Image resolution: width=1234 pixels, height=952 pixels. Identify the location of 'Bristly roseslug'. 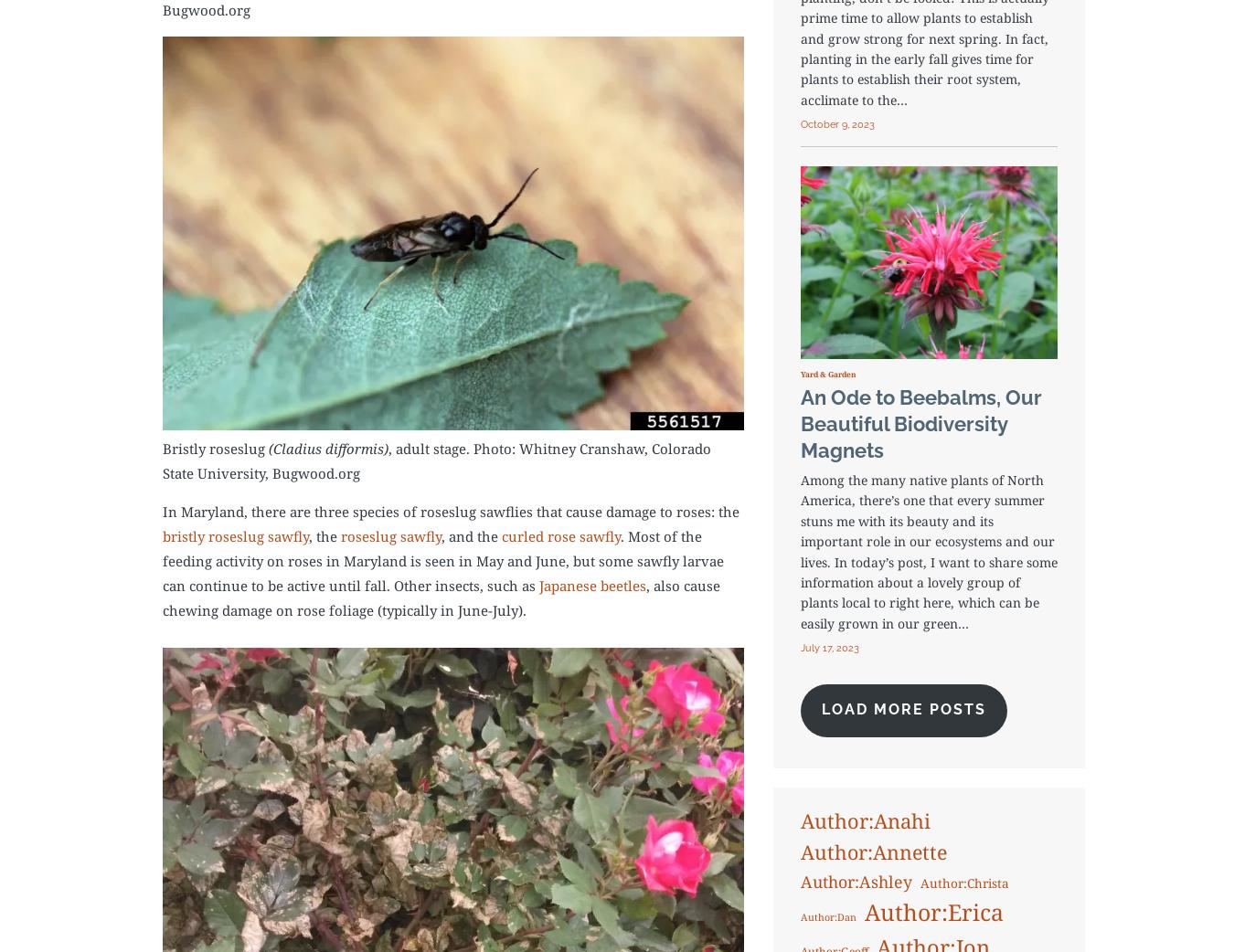
(214, 448).